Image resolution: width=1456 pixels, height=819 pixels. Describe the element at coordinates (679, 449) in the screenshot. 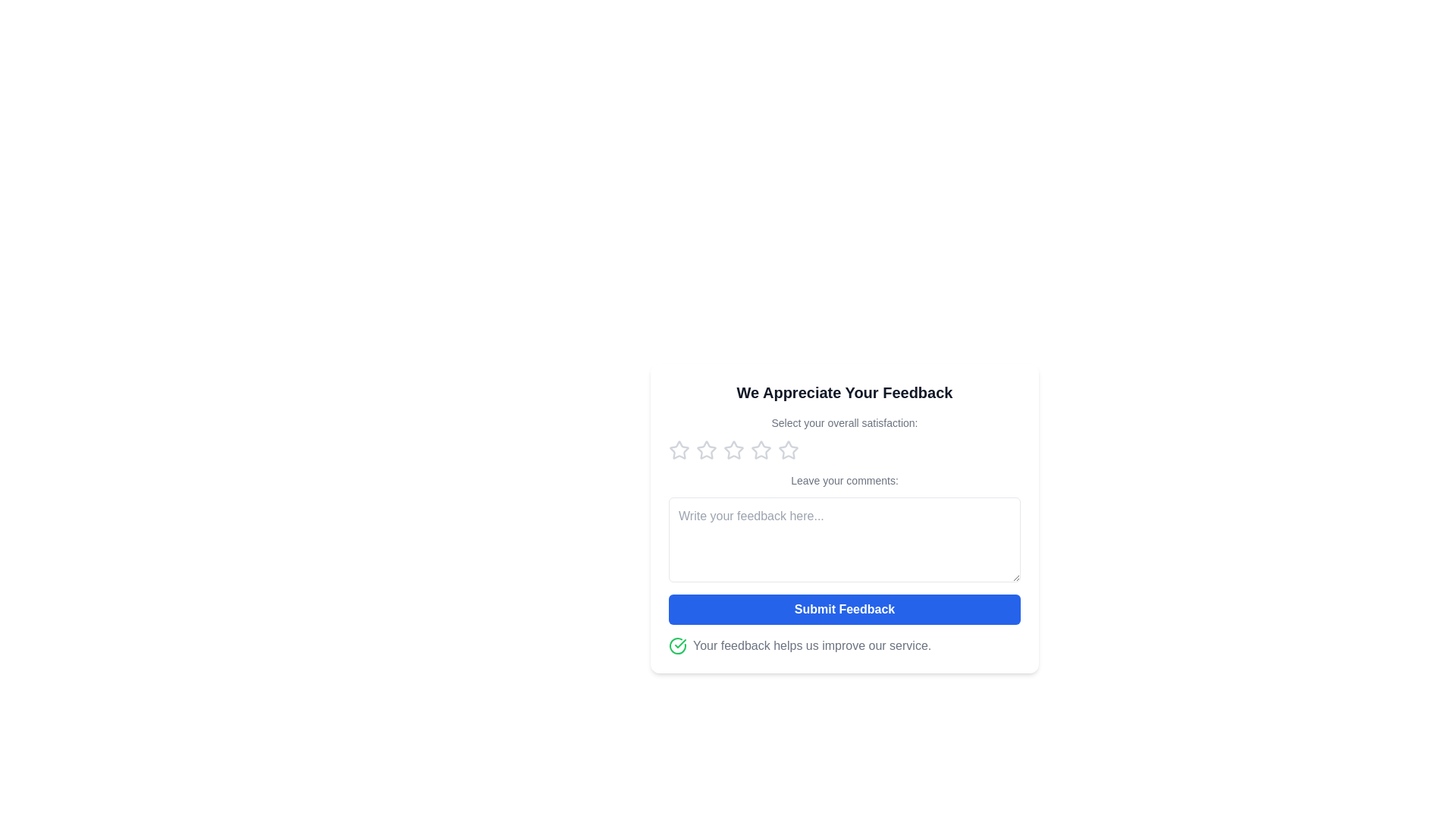

I see `the first star-shaped rating icon with a gray outline located near the top of the feedback form section` at that location.